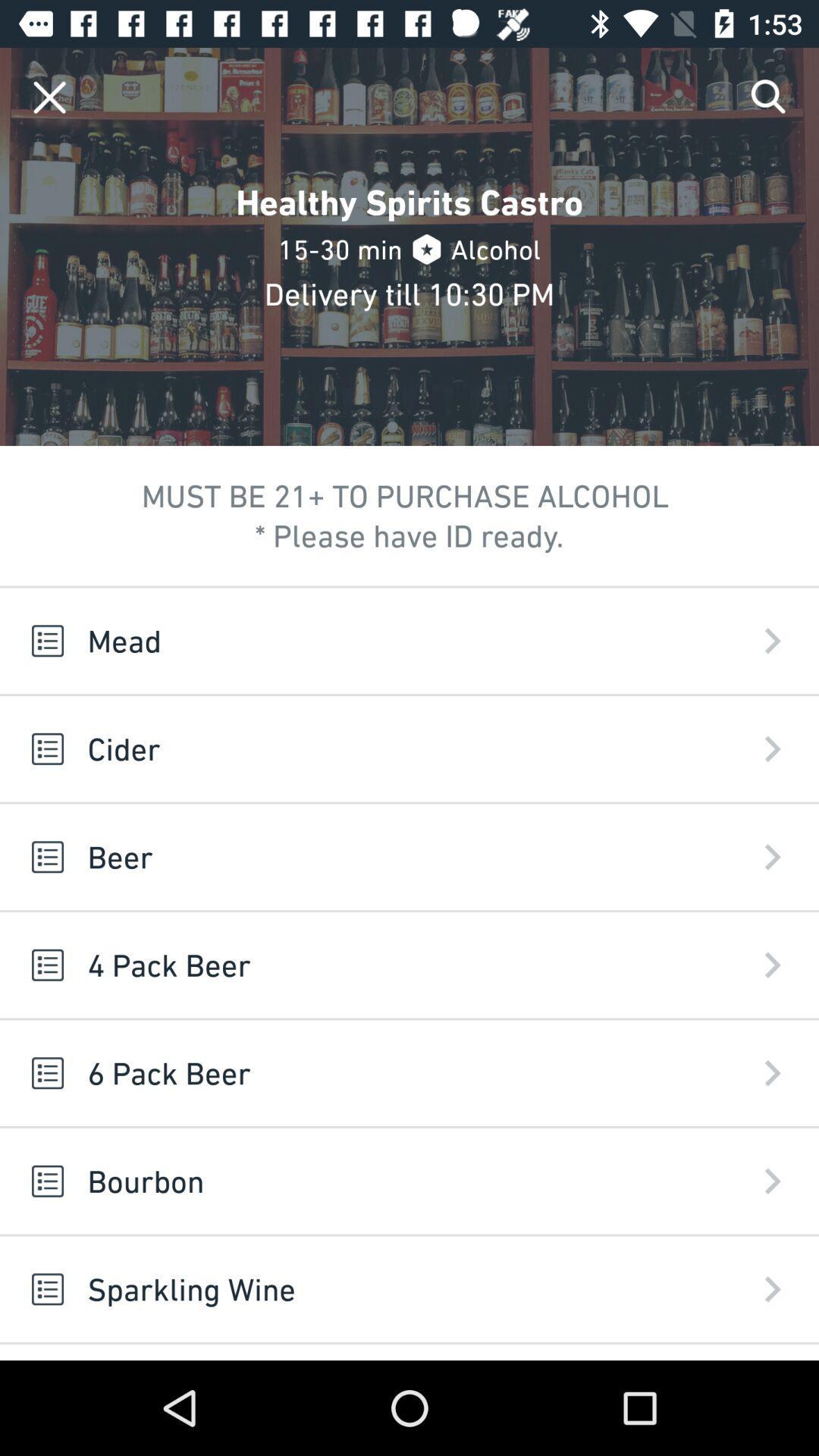  I want to click on the icon at the top left corner, so click(49, 96).